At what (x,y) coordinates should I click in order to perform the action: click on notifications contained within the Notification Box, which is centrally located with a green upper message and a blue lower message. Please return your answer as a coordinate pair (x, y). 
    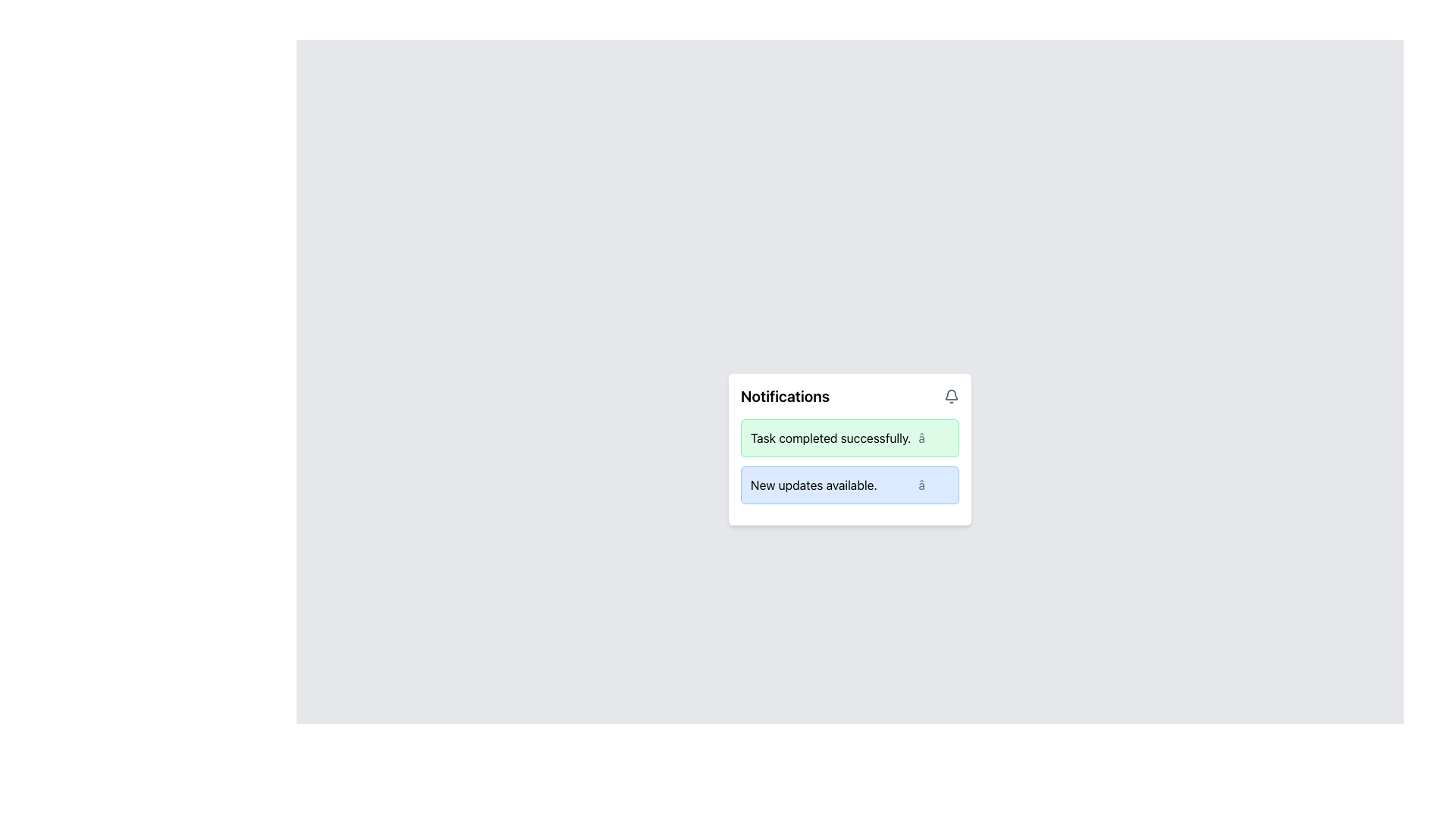
    Looking at the image, I should click on (850, 449).